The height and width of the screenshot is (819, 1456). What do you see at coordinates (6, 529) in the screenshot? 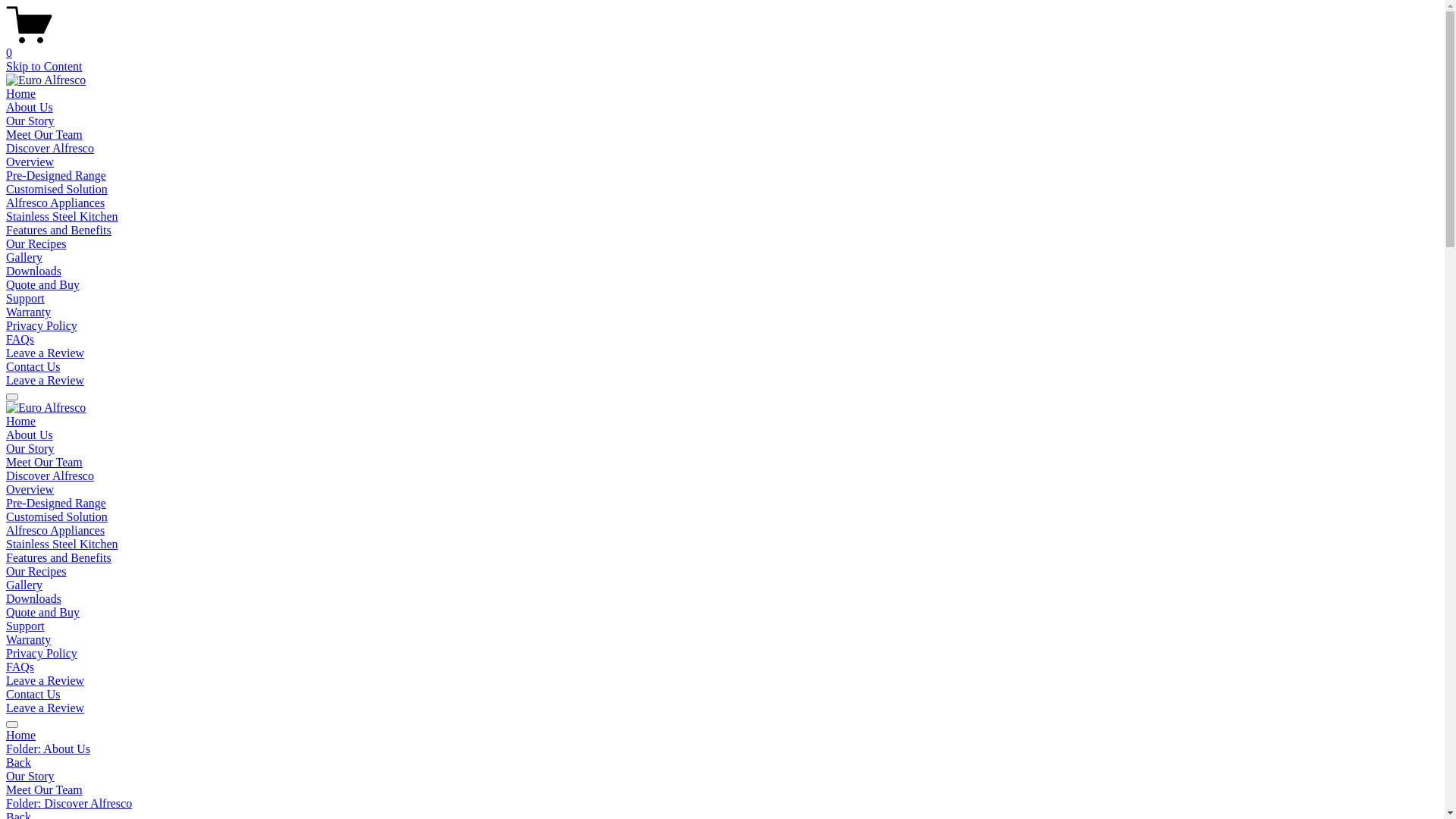
I see `'Alfresco Appliances'` at bounding box center [6, 529].